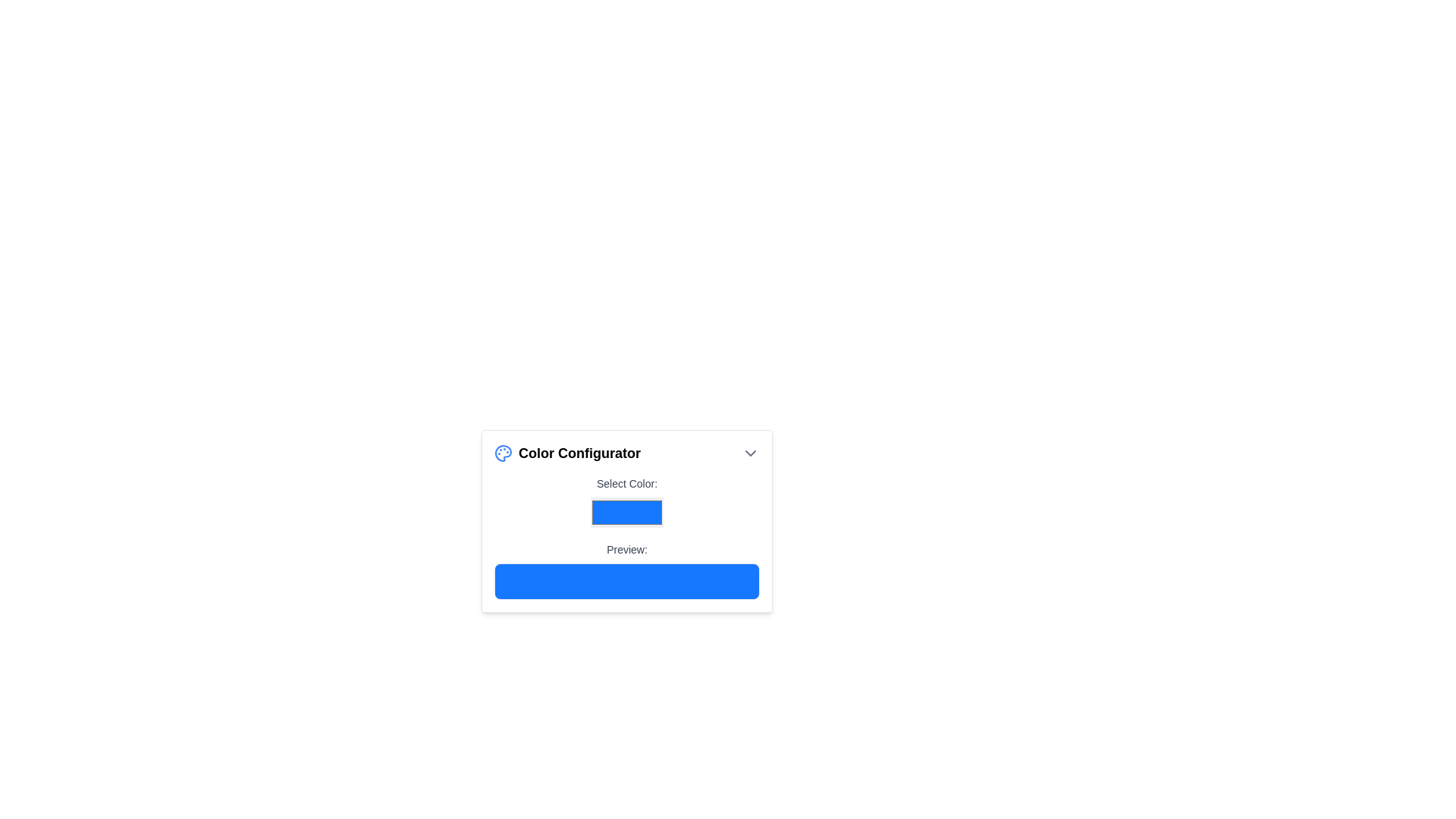 This screenshot has height=819, width=1456. I want to click on the graphical SVG component representing a color palette in the Color Configurator card layout, so click(503, 452).